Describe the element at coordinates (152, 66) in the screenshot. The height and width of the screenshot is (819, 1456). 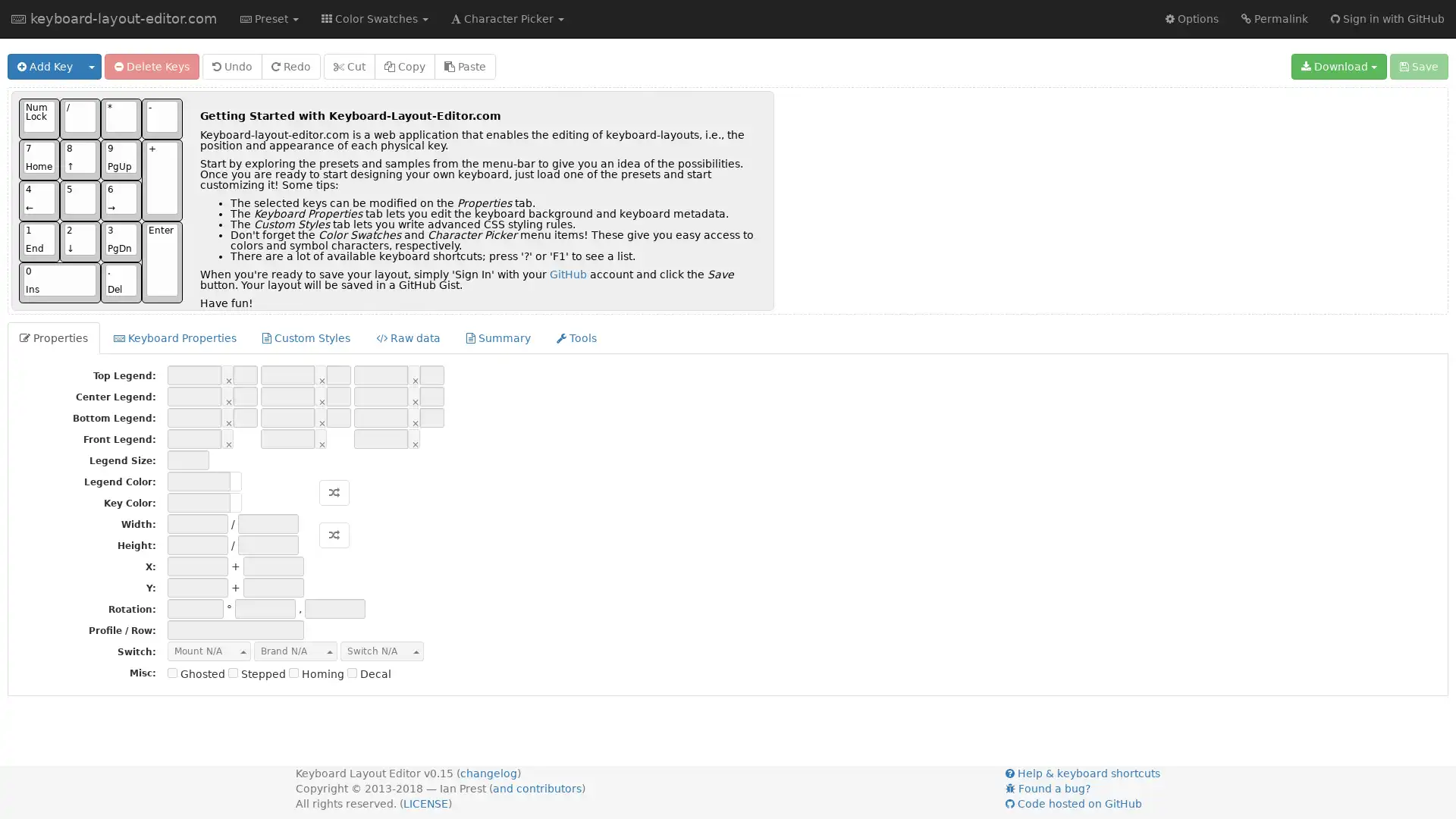
I see `Delete Keys` at that location.